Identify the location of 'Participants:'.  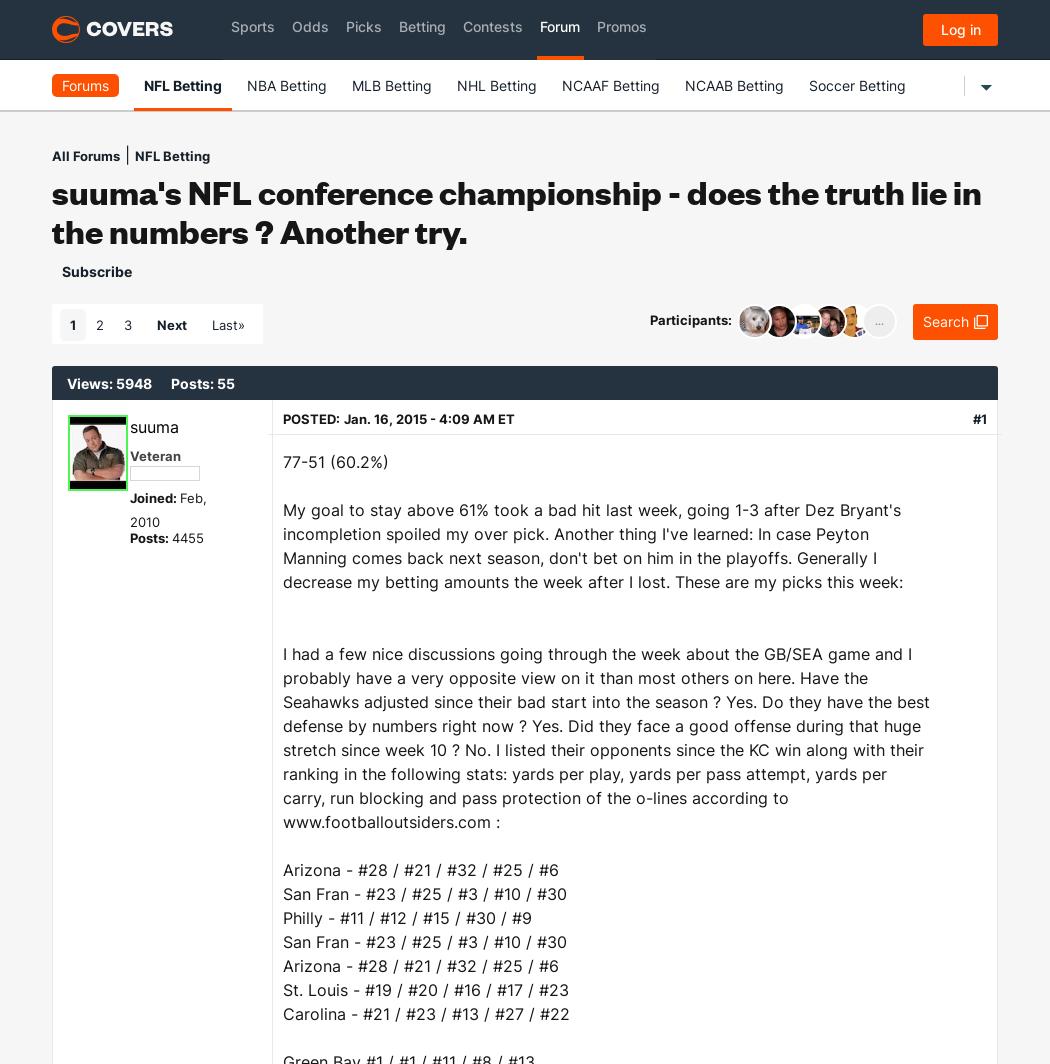
(691, 318).